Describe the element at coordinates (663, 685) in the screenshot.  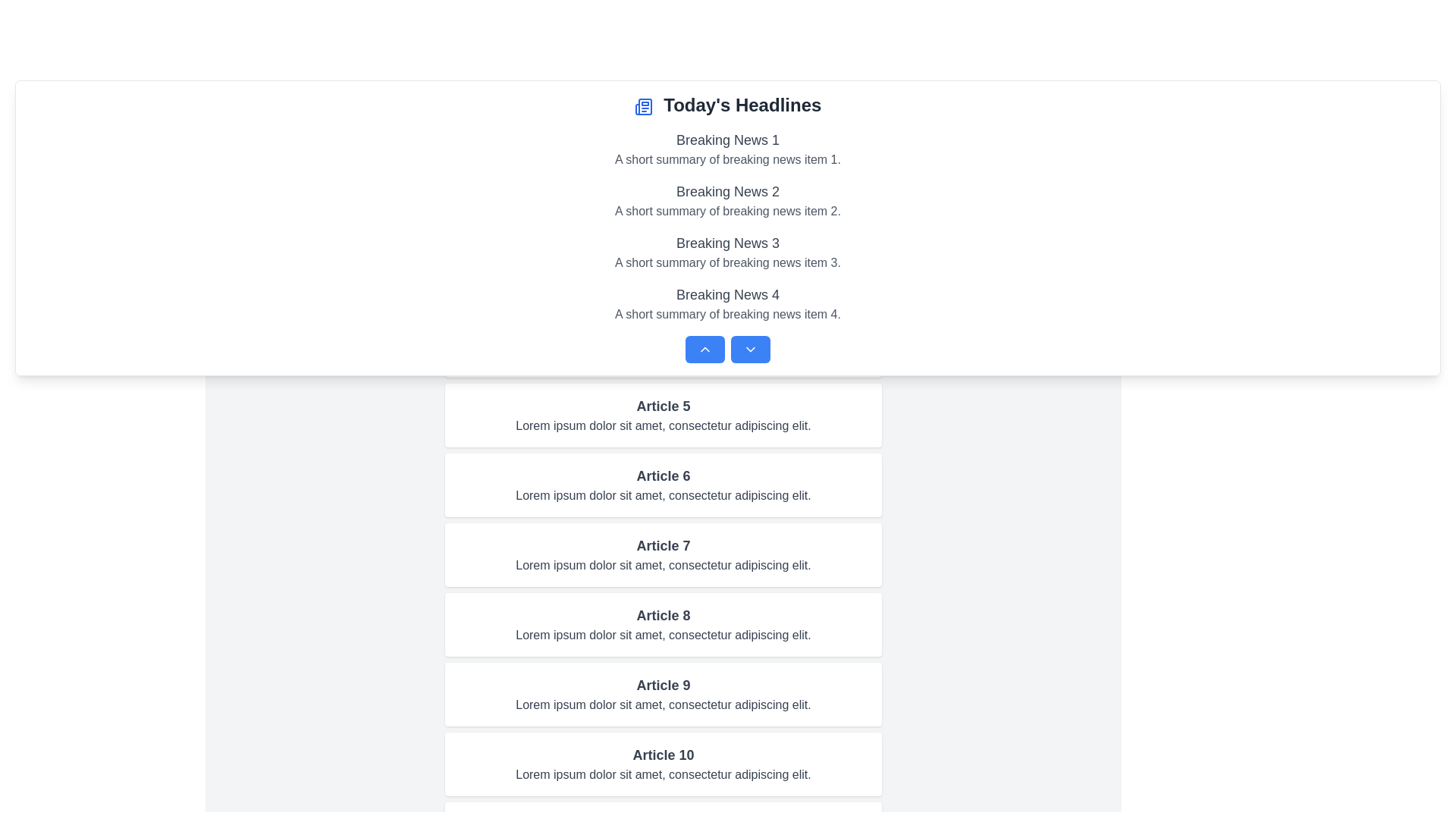
I see `the bold title labeled 'Article 9' which is styled with a large font size and dark color` at that location.